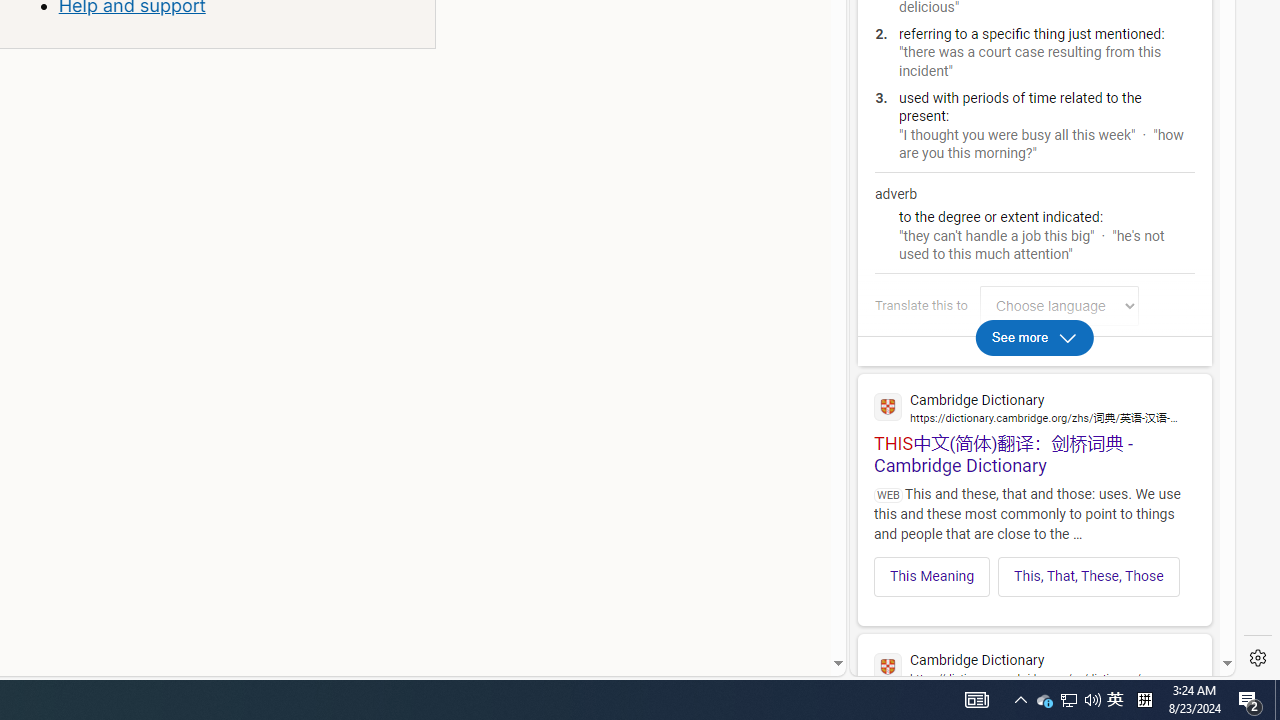  What do you see at coordinates (1063, 305) in the screenshot?
I see `'Link for logging'` at bounding box center [1063, 305].